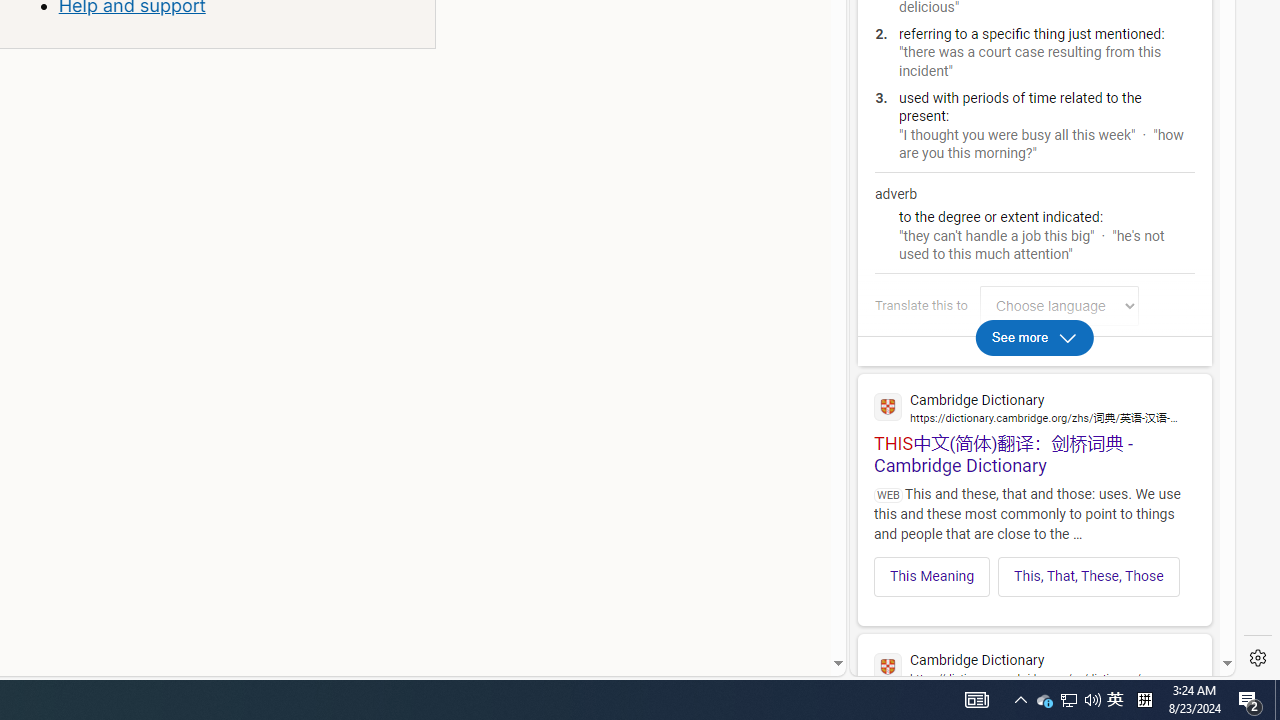  What do you see at coordinates (1063, 305) in the screenshot?
I see `'Link for logging'` at bounding box center [1063, 305].